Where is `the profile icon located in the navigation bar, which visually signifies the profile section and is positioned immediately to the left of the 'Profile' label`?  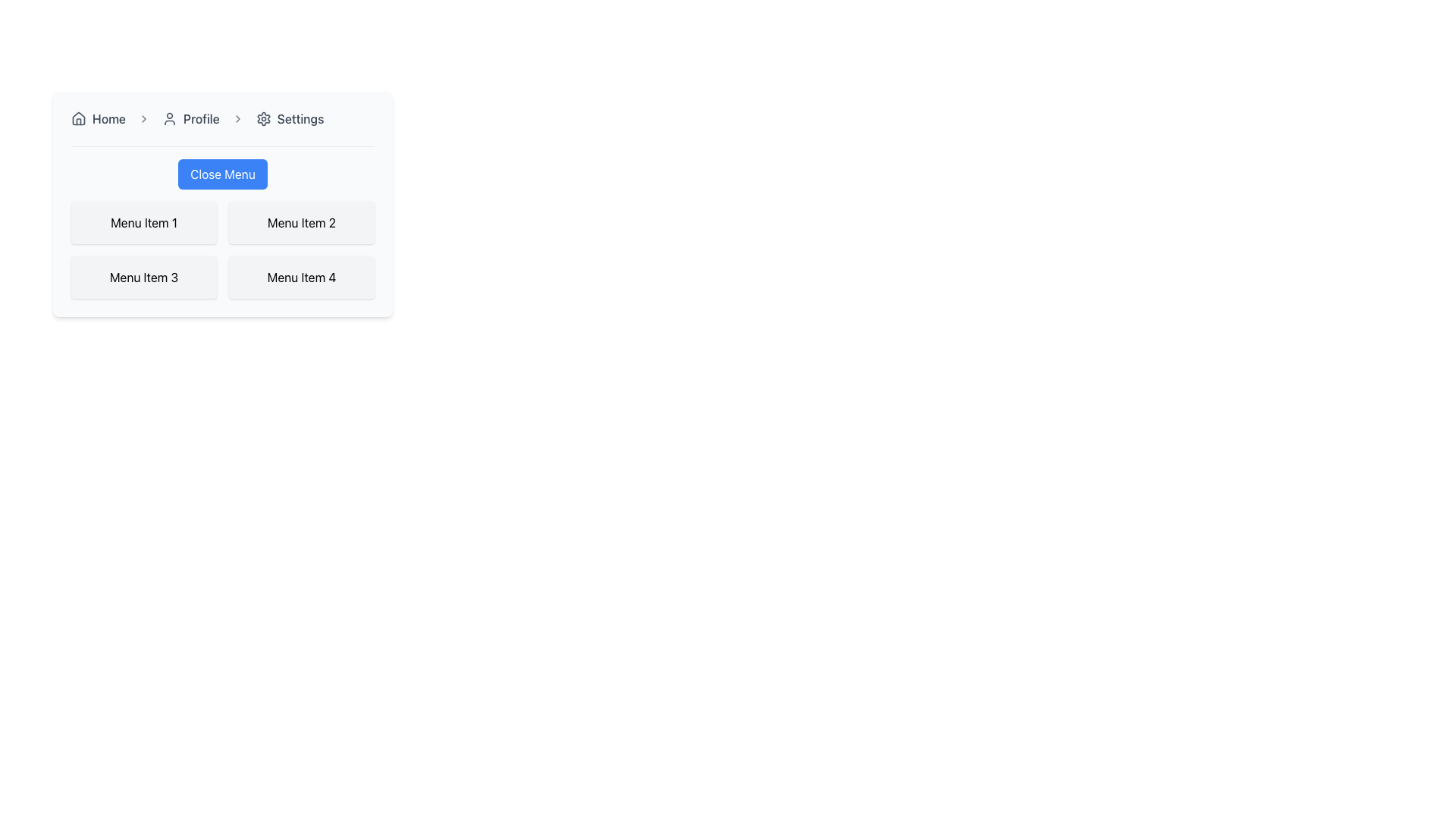
the profile icon located in the navigation bar, which visually signifies the profile section and is positioned immediately to the left of the 'Profile' label is located at coordinates (170, 118).